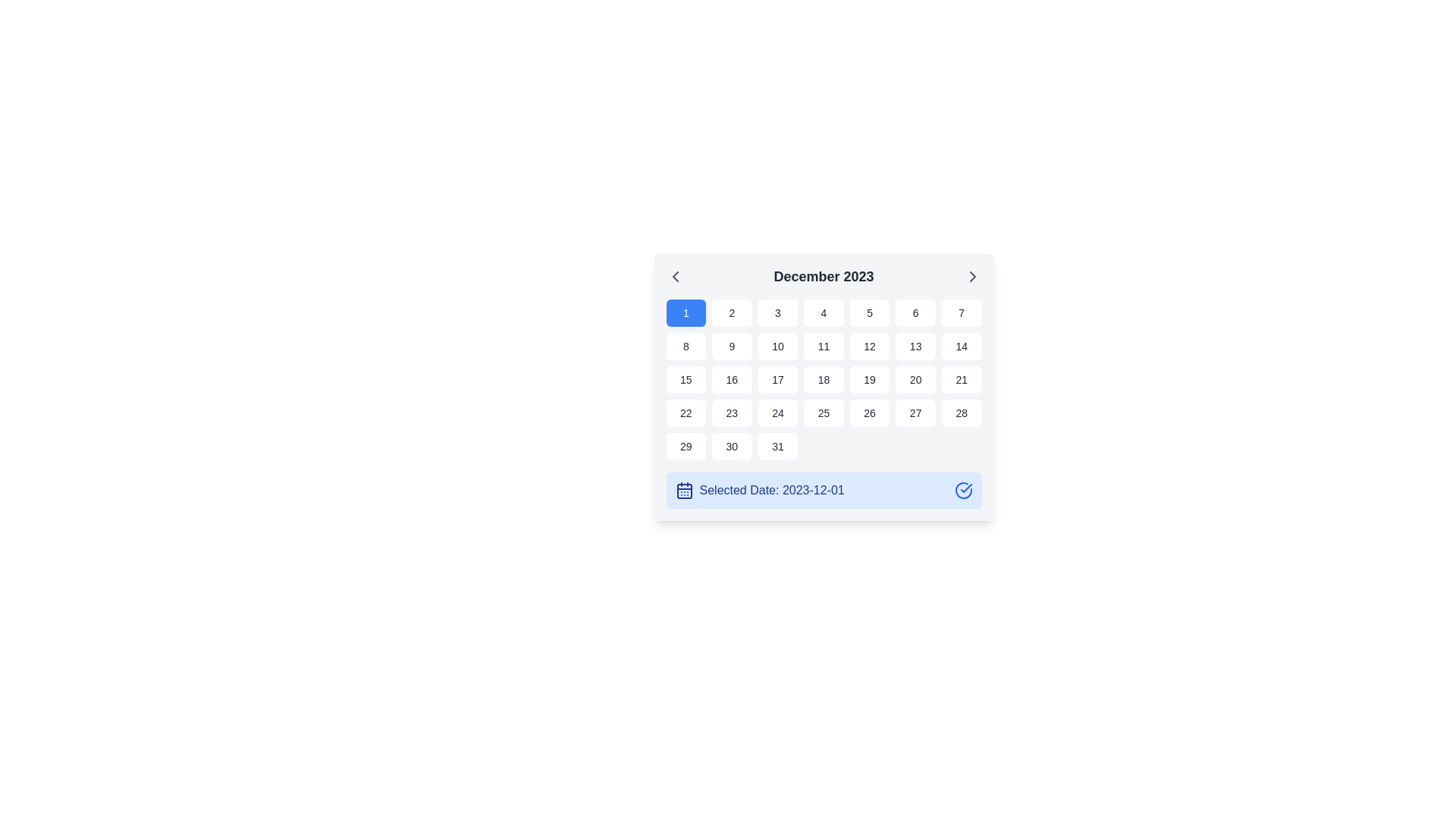 This screenshot has height=819, width=1456. What do you see at coordinates (823, 277) in the screenshot?
I see `the header text displaying the currently selected month and year in the date-picker interface` at bounding box center [823, 277].